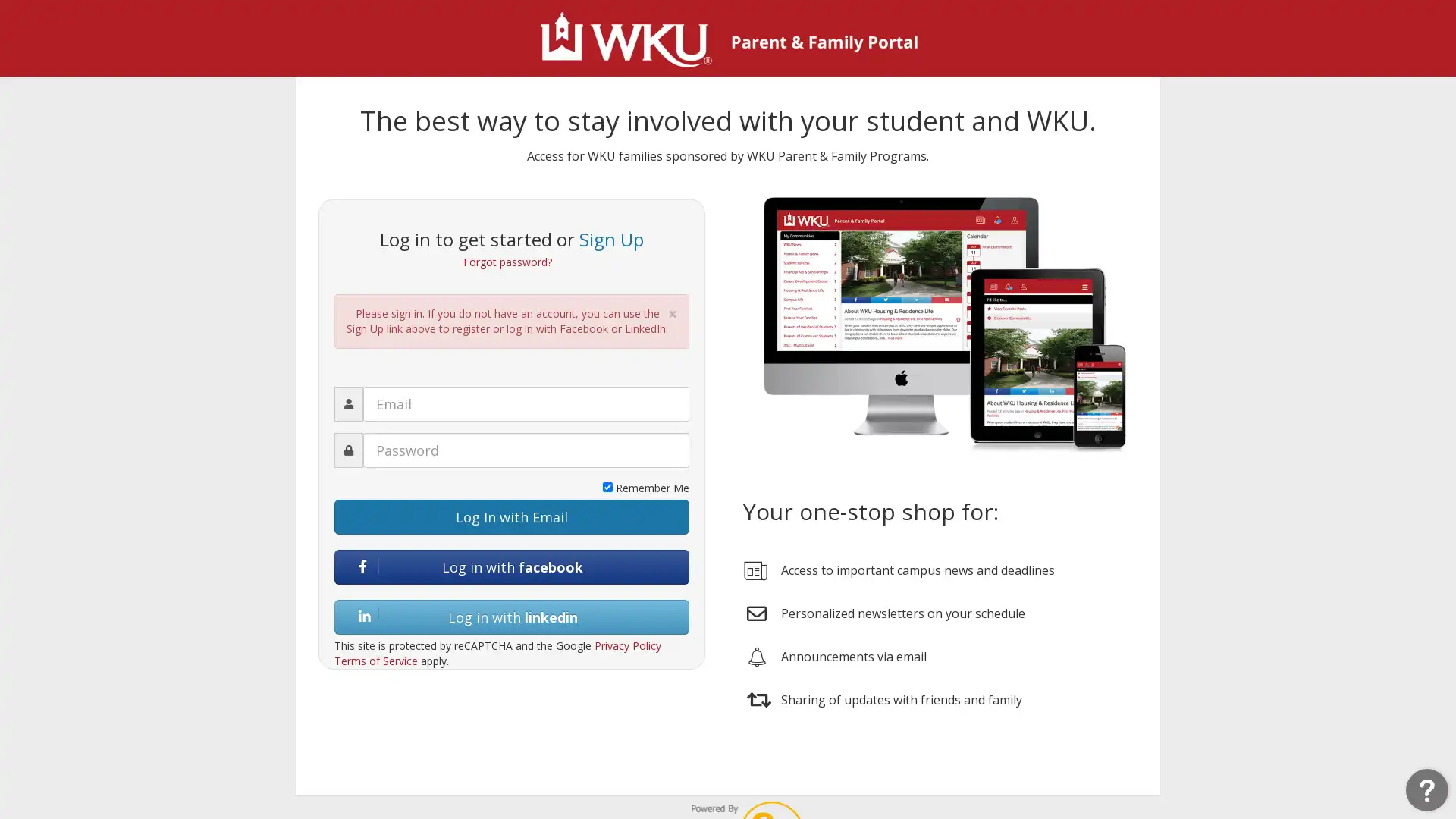 The height and width of the screenshot is (819, 1456). What do you see at coordinates (512, 566) in the screenshot?
I see `Log in with facebook` at bounding box center [512, 566].